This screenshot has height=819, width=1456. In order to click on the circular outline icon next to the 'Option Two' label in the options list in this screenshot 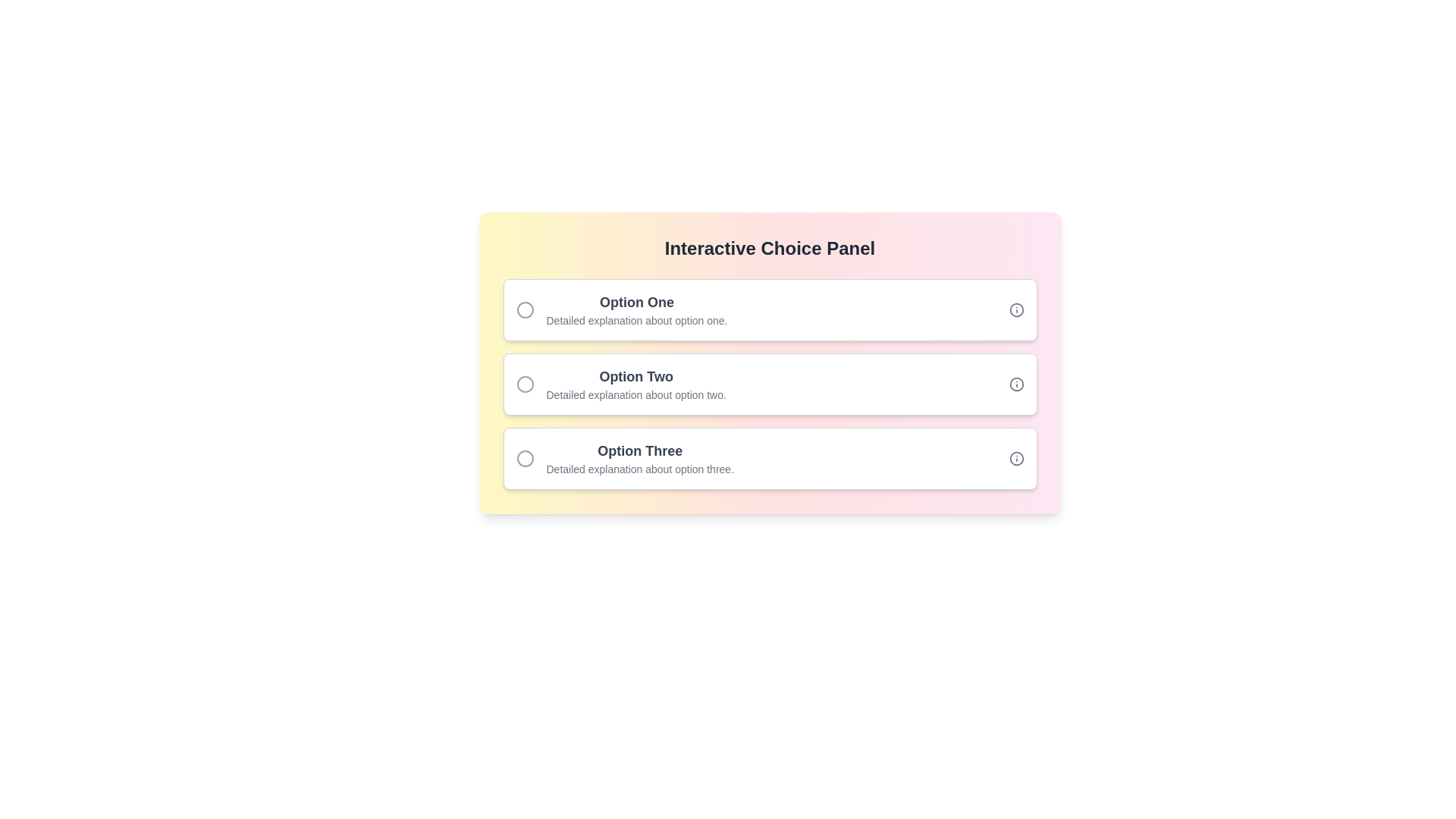, I will do `click(1016, 383)`.